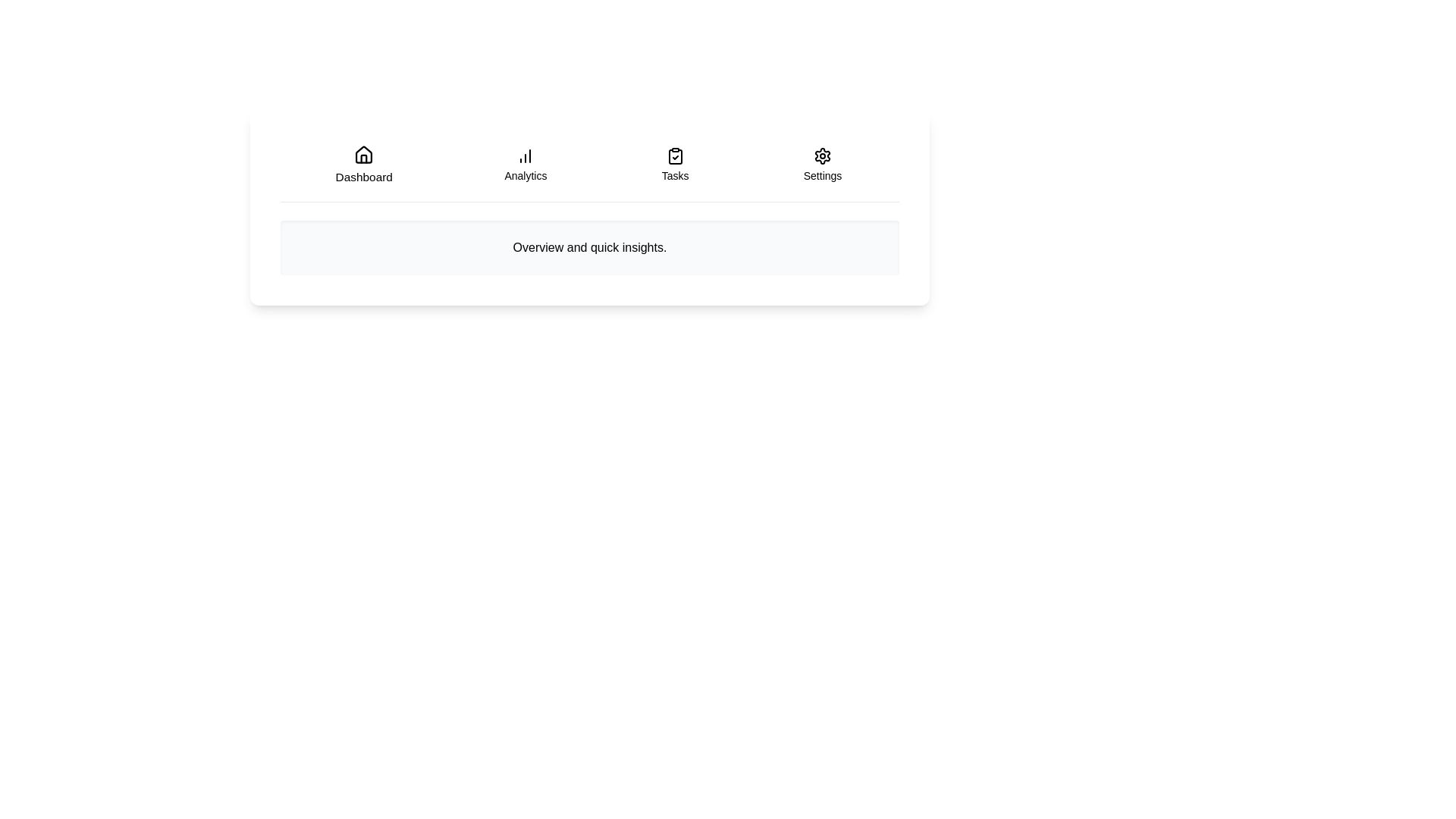  Describe the element at coordinates (674, 155) in the screenshot. I see `the icon button resembling a clipboard with a checkmark, located in the navigation bar between the 'Analytics' and 'Settings' icons` at that location.